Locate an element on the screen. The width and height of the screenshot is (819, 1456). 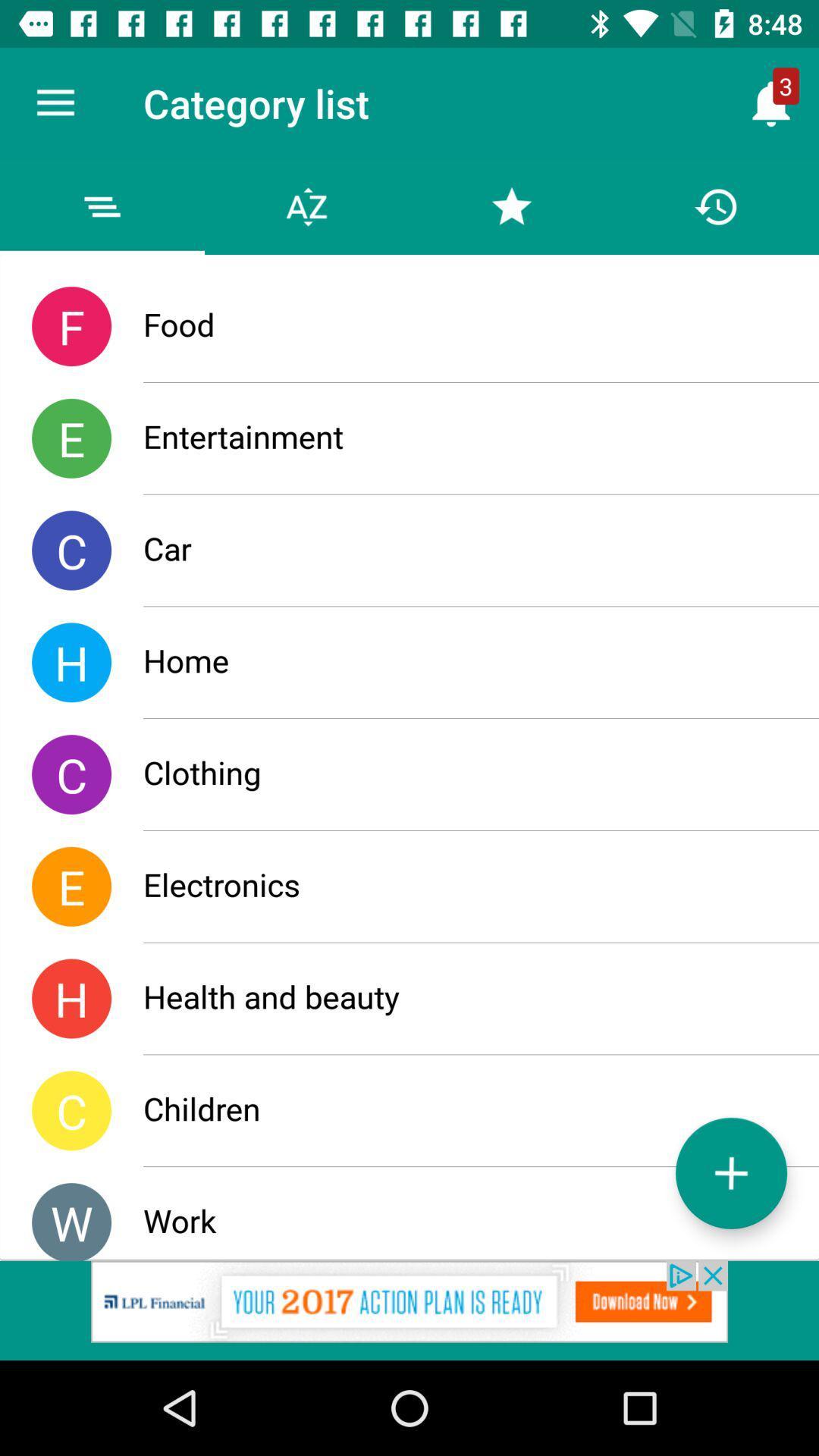
click the plus is located at coordinates (730, 1172).